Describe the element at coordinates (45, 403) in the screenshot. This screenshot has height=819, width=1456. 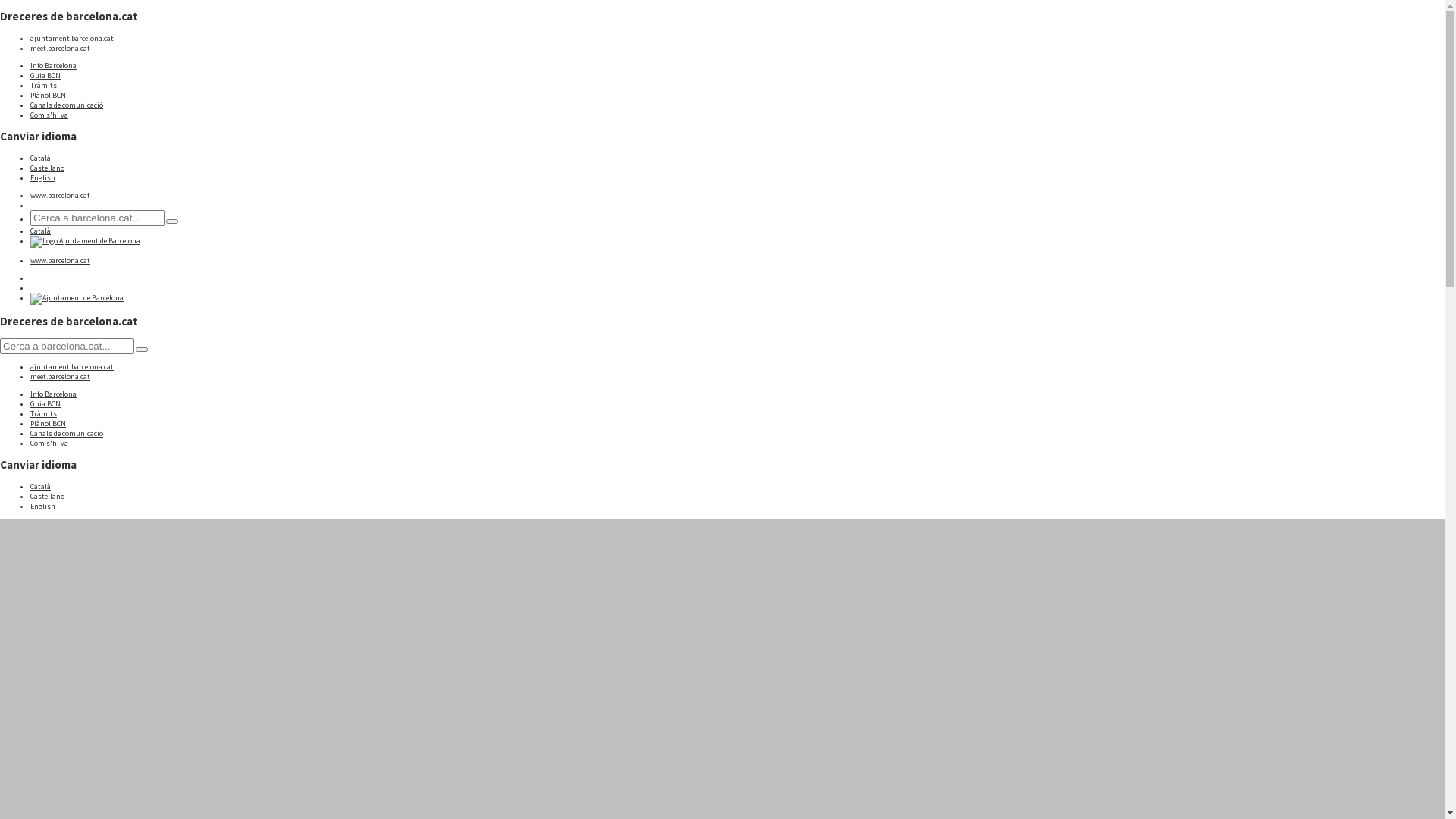
I see `'Guia BCN'` at that location.